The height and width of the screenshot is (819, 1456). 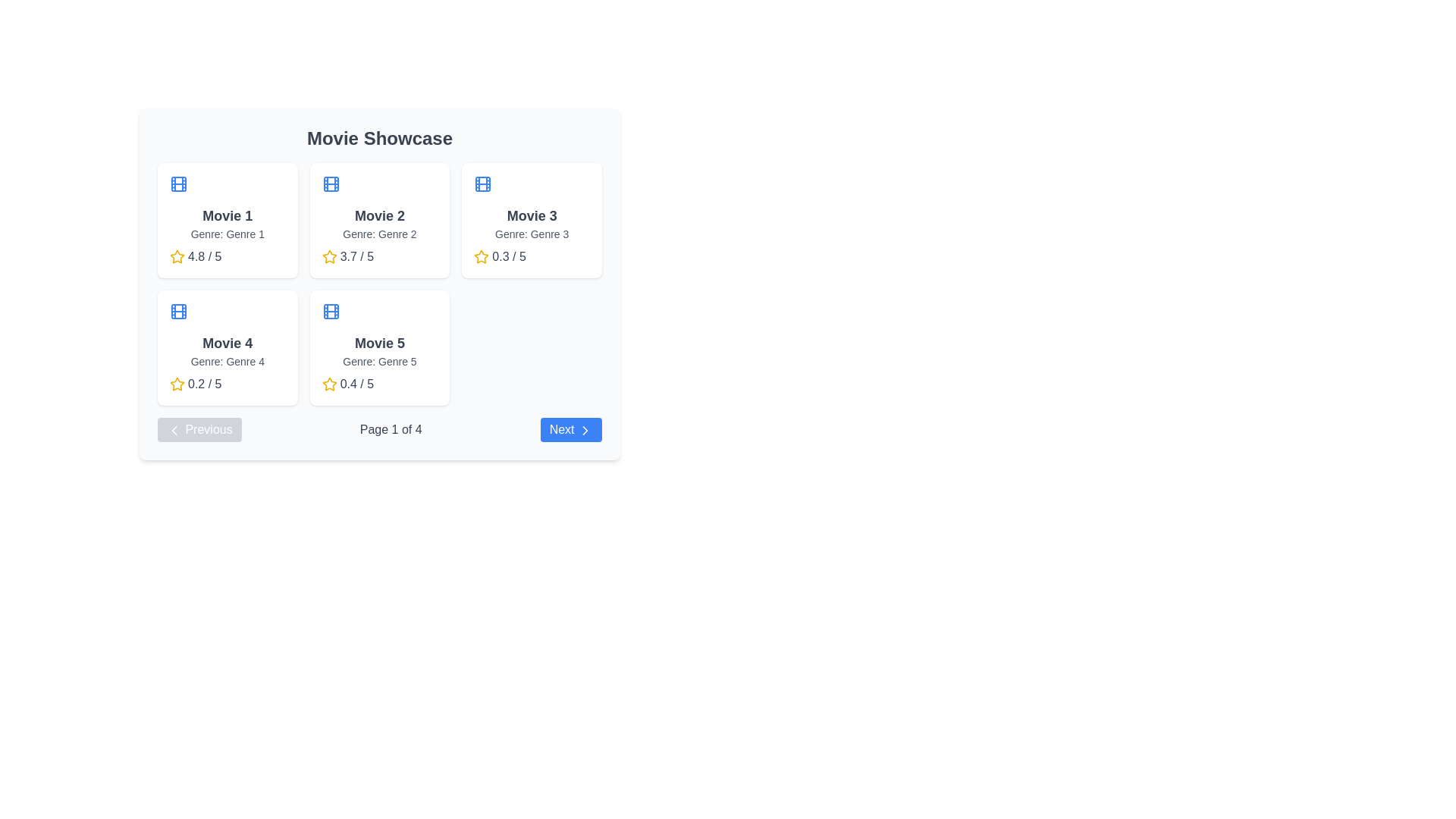 What do you see at coordinates (482, 184) in the screenshot?
I see `the film strip icon, which is light blue and represents 'Movie 3' in the top-right corner of the 'Movie Showcase' grid layout` at bounding box center [482, 184].